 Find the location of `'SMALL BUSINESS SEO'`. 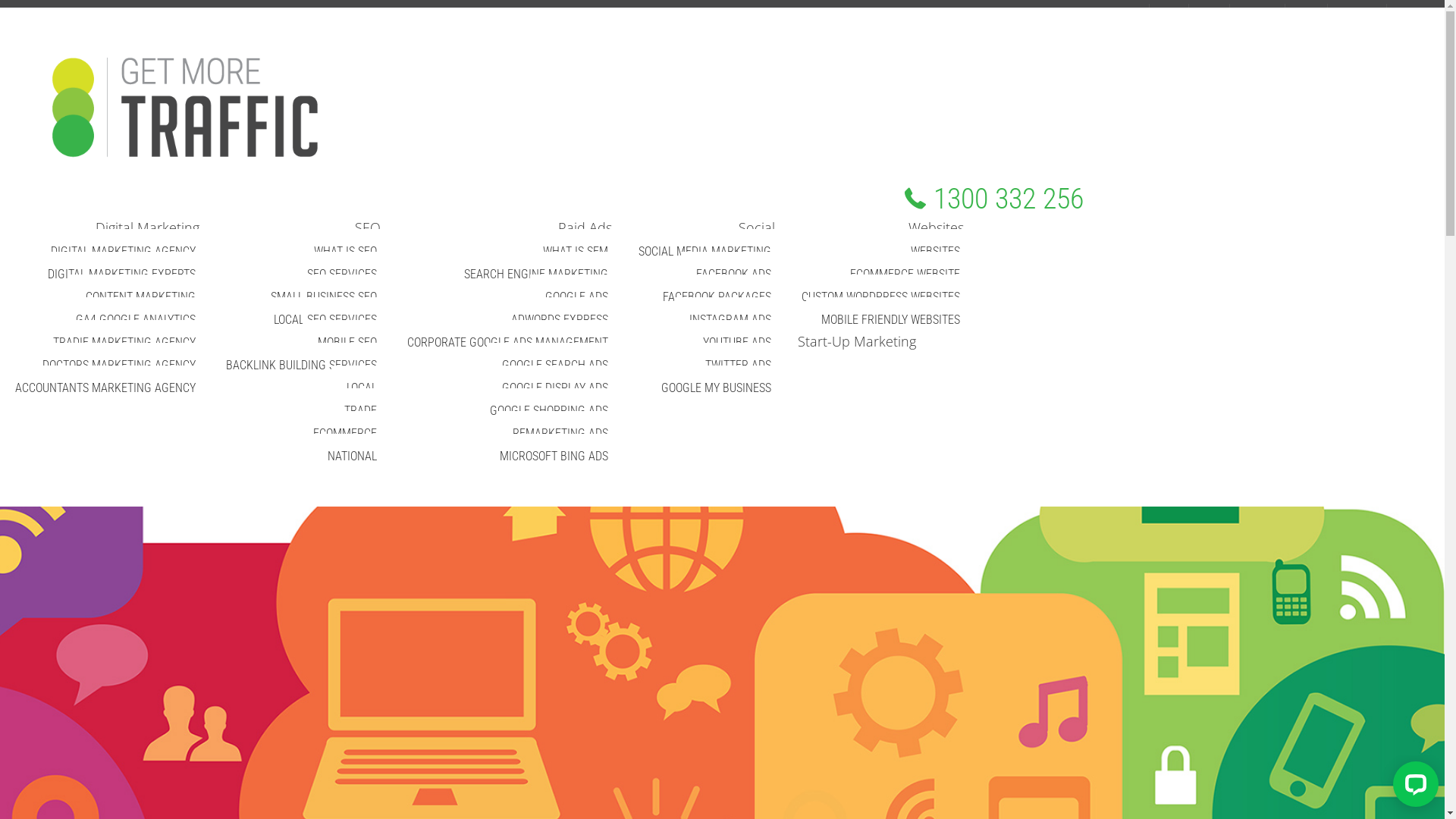

'SMALL BUSINESS SEO' is located at coordinates (323, 297).